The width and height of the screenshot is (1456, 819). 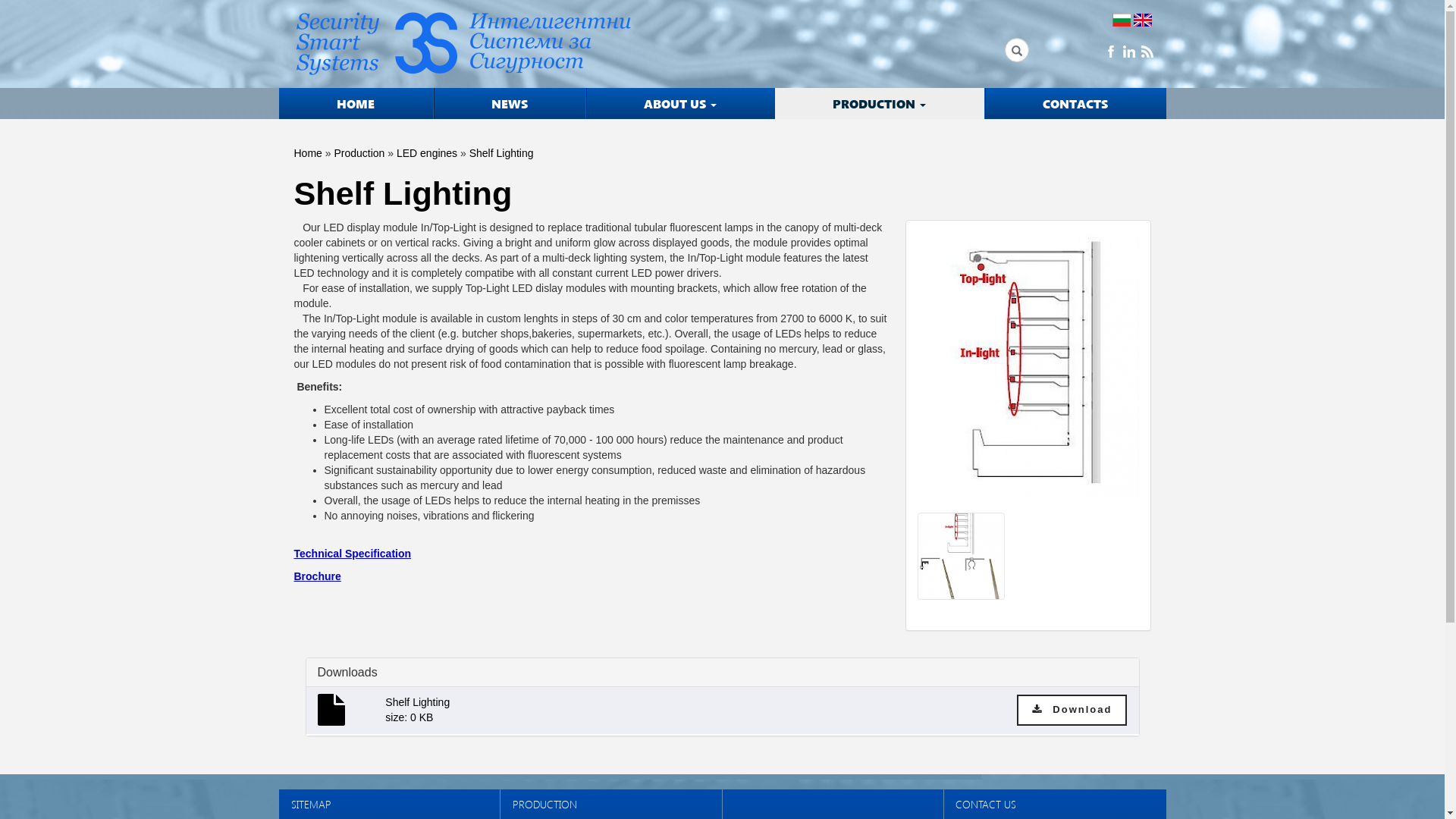 I want to click on 'Shelf Lighting', so click(x=501, y=152).